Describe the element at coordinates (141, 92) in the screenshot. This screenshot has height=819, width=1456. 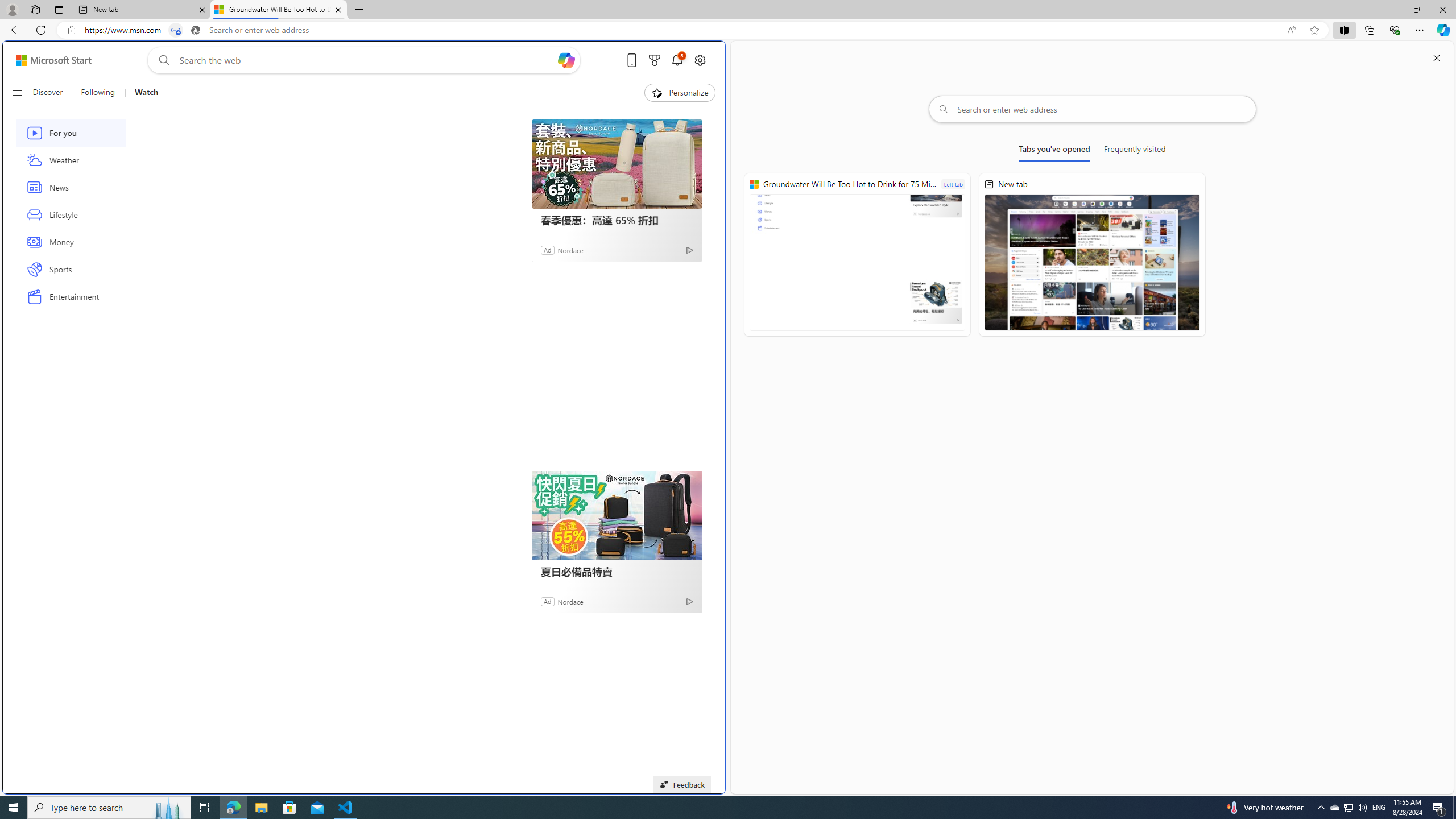
I see `'Watch'` at that location.